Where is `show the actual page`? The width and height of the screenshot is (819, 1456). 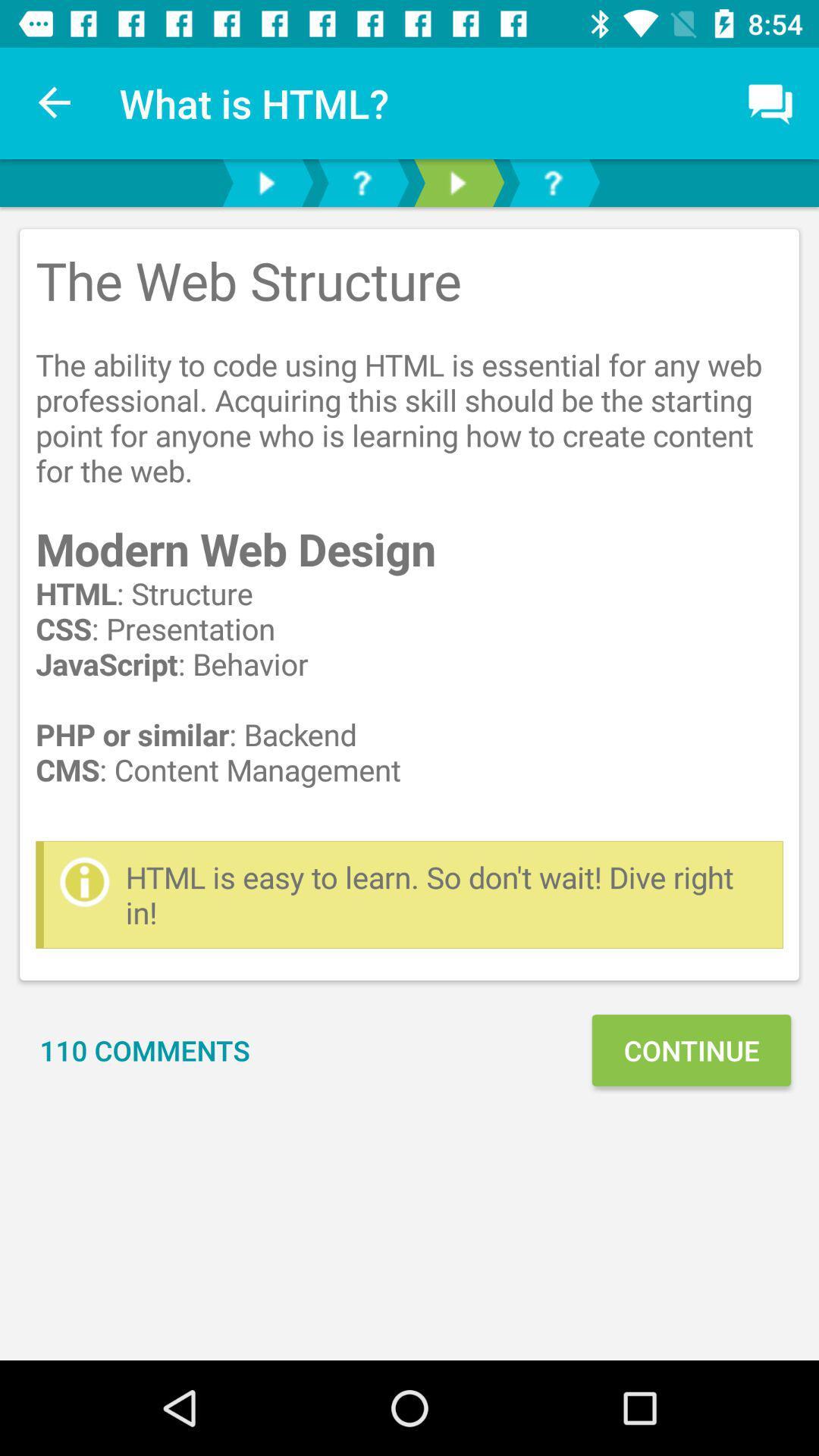
show the actual page is located at coordinates (456, 182).